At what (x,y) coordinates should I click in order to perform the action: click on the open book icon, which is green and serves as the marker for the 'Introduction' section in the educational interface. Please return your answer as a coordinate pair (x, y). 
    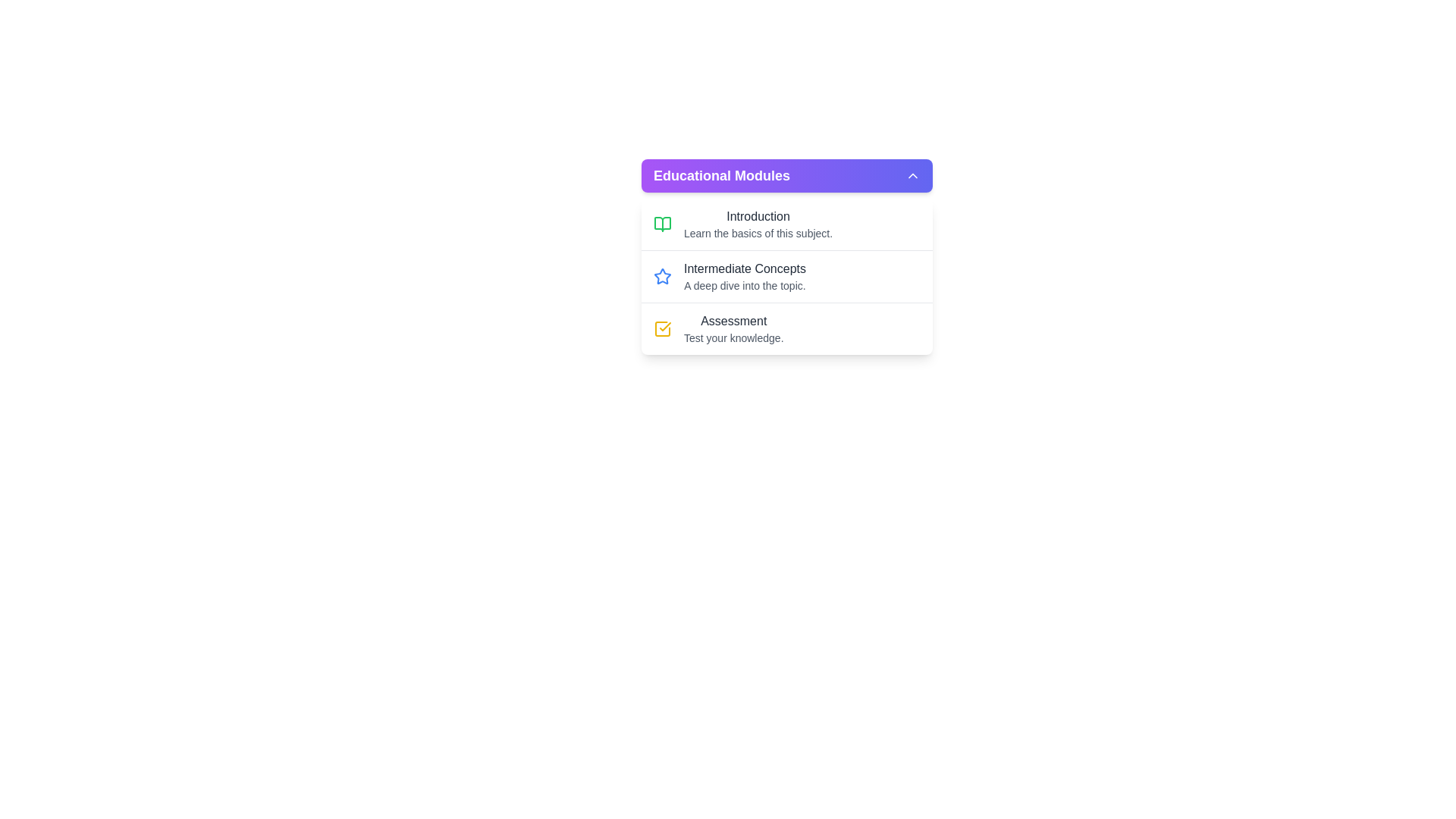
    Looking at the image, I should click on (662, 224).